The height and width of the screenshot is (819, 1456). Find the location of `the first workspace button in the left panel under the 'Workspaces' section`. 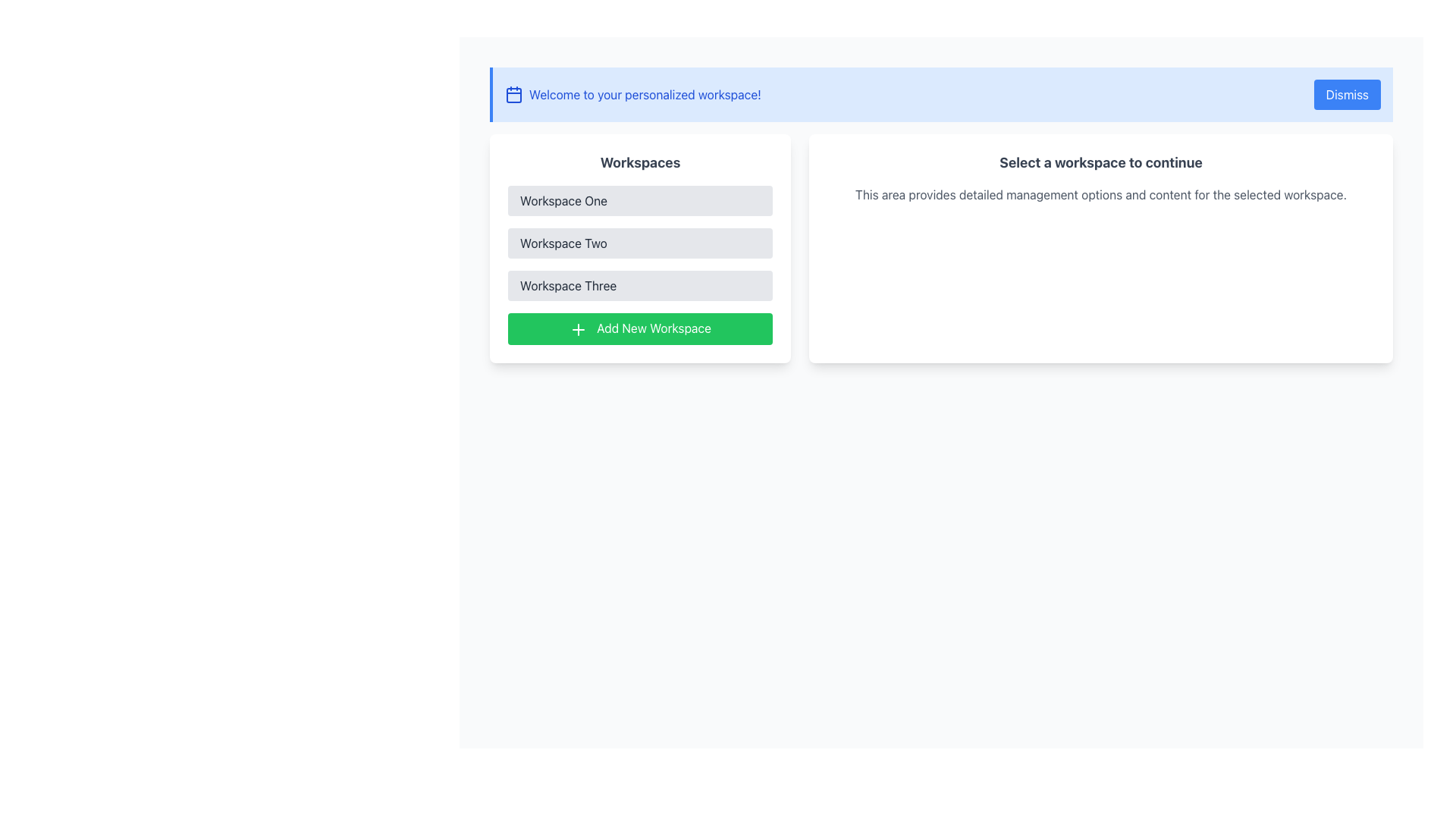

the first workspace button in the left panel under the 'Workspaces' section is located at coordinates (640, 200).